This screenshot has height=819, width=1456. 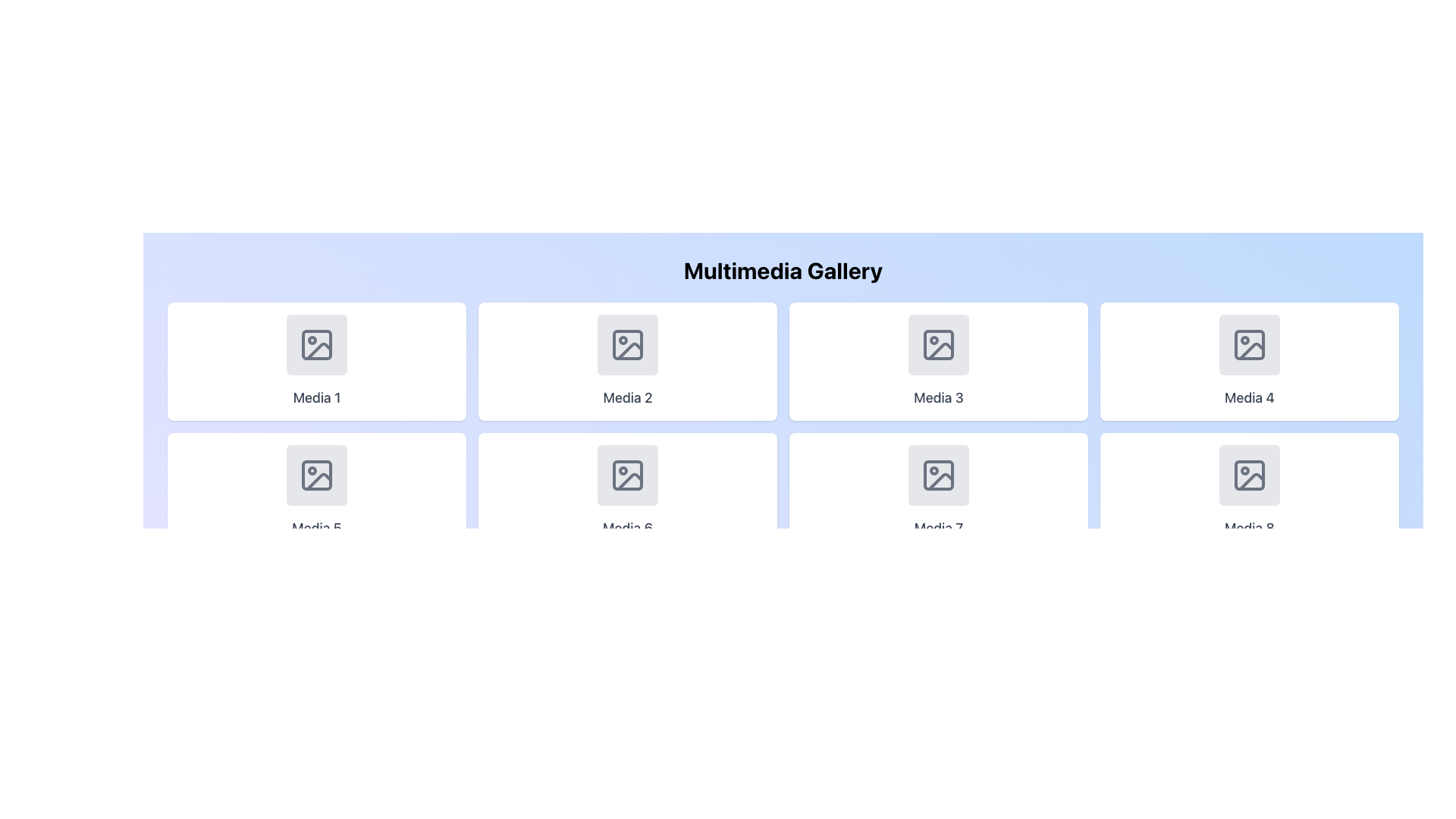 I want to click on text from the textual label 'Media 3' located in the top row of a grid layout, specifically the third card from the left, which is styled in a larger font size and gray color, so click(x=938, y=397).